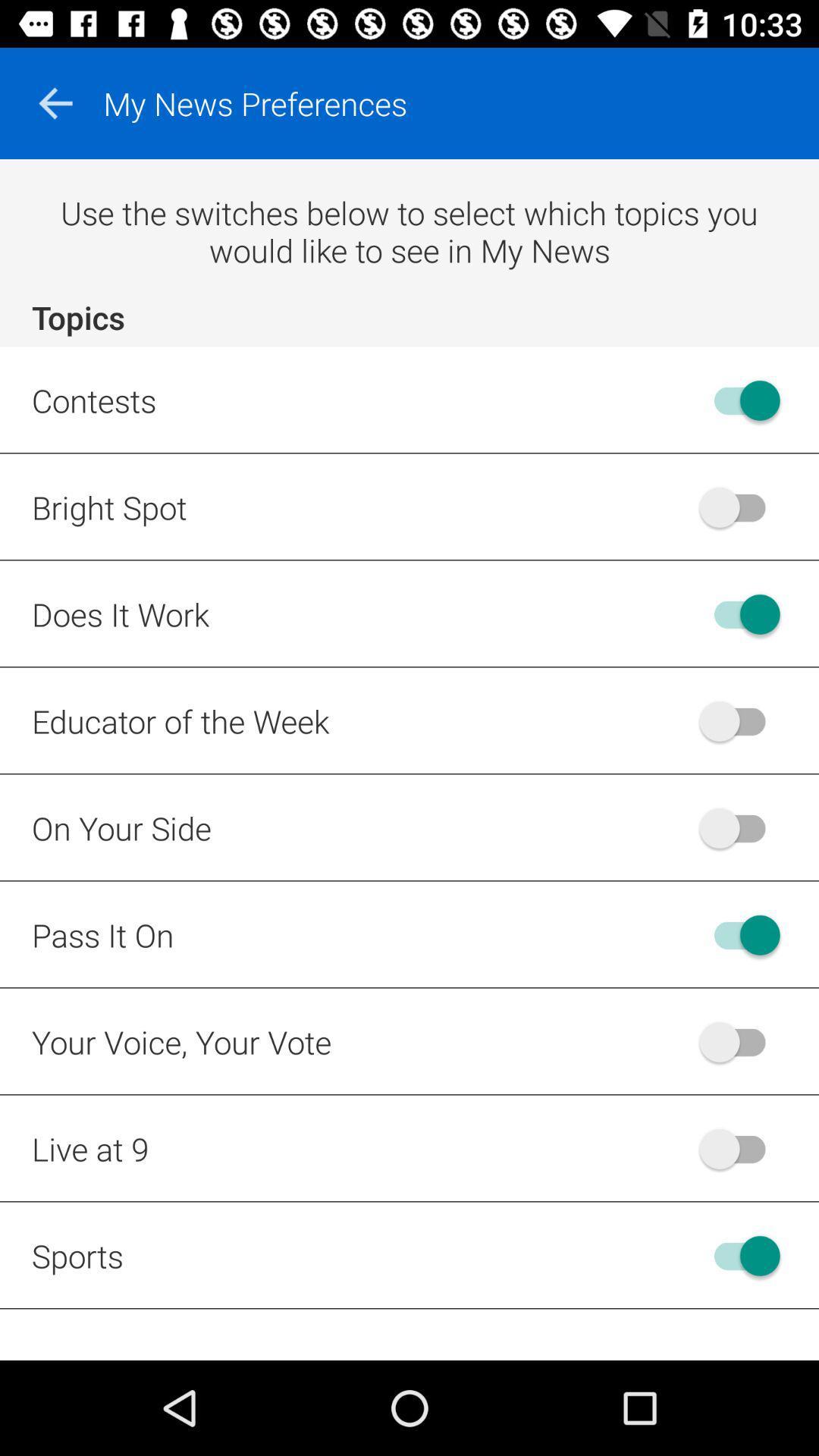  Describe the element at coordinates (55, 102) in the screenshot. I see `the item next to my news preferences` at that location.